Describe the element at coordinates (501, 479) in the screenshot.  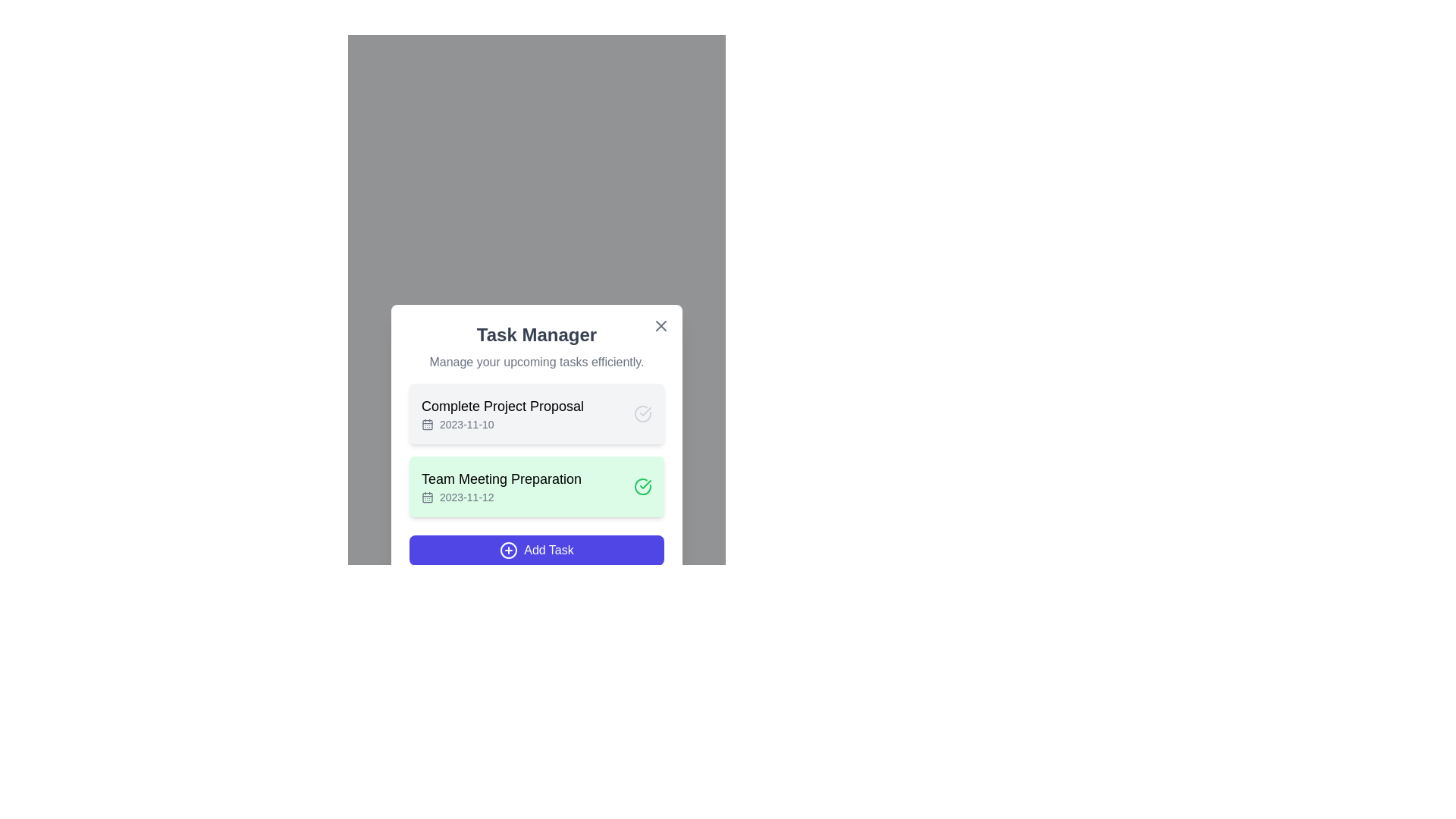
I see `the text label 'Team Meeting Preparation' to select it, which serves as the identifier for the task` at that location.